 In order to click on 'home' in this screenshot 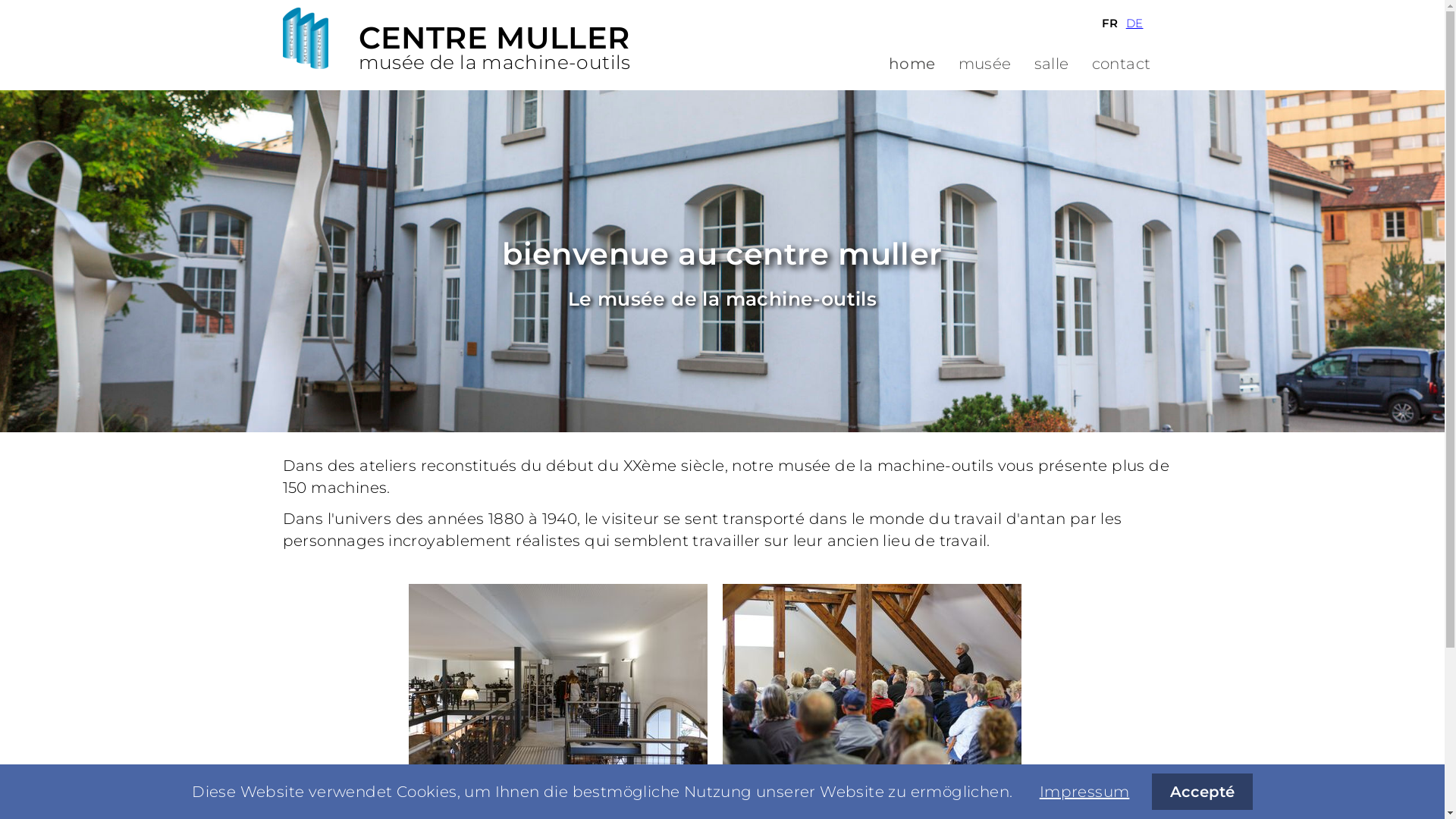, I will do `click(912, 63)`.